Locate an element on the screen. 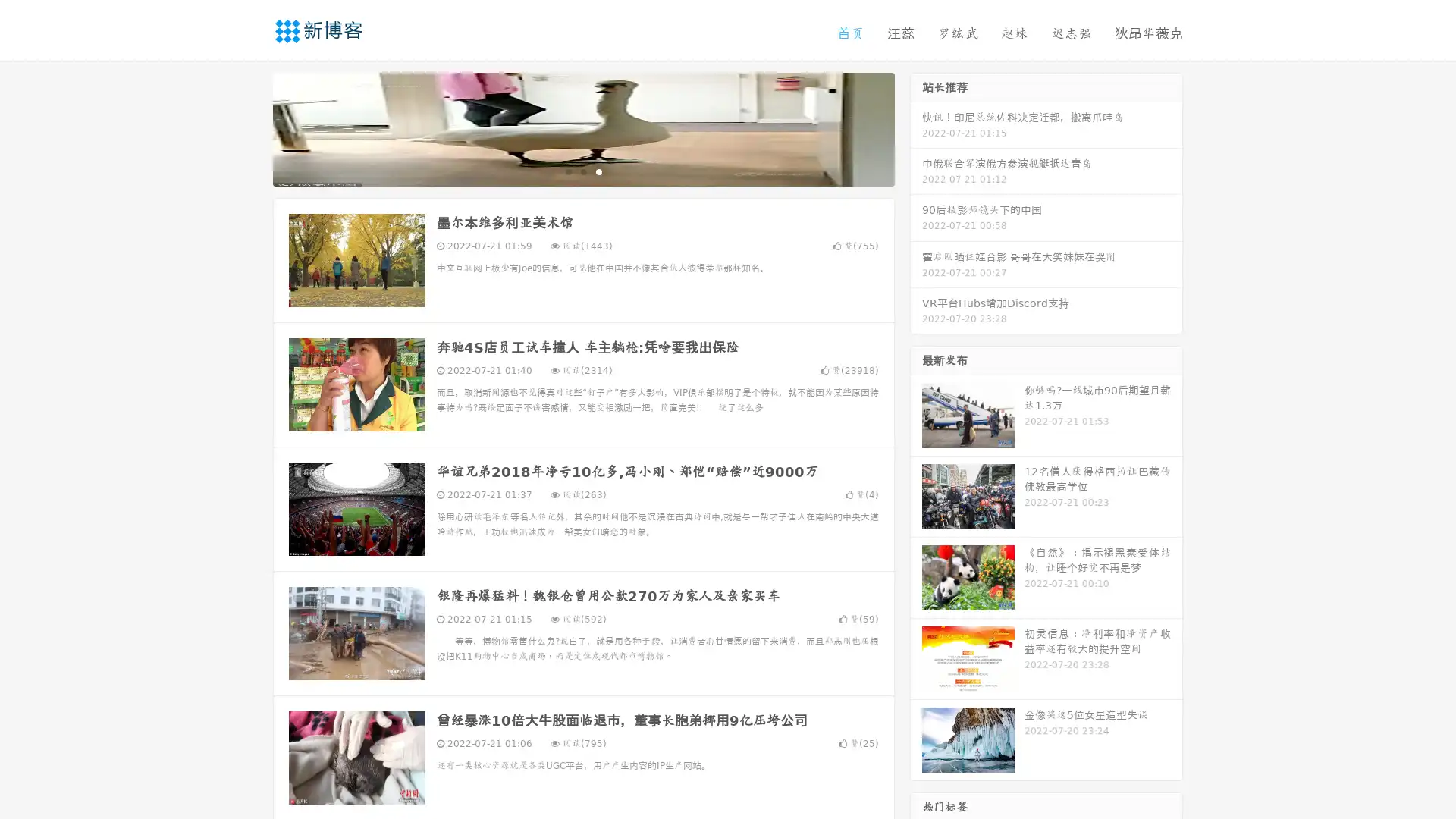  Go to slide 1 is located at coordinates (567, 171).